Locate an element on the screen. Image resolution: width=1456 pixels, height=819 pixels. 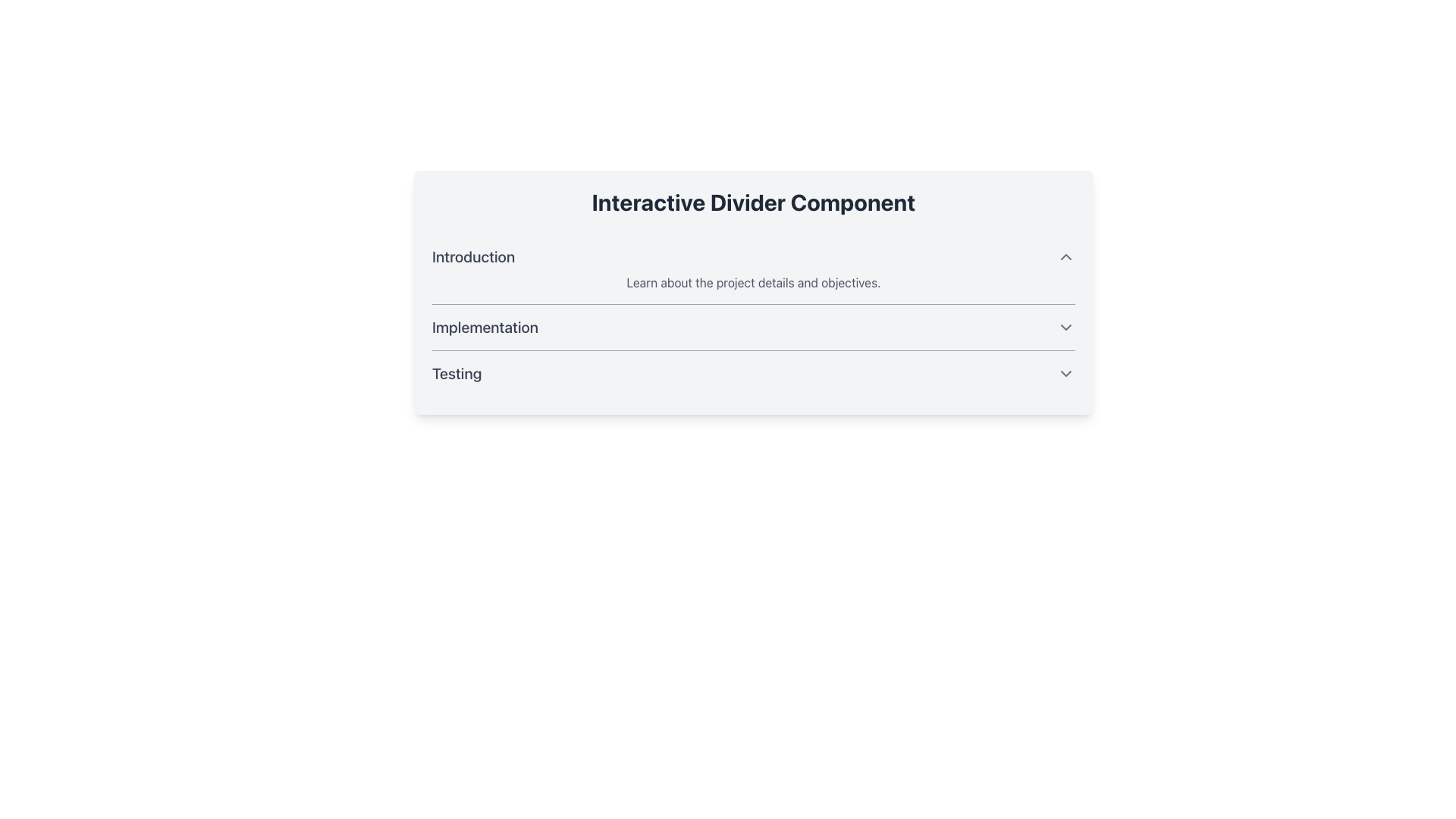
the downward-pointing chevron icon in the 'Testing' panel to observe any visual effects is located at coordinates (1065, 374).